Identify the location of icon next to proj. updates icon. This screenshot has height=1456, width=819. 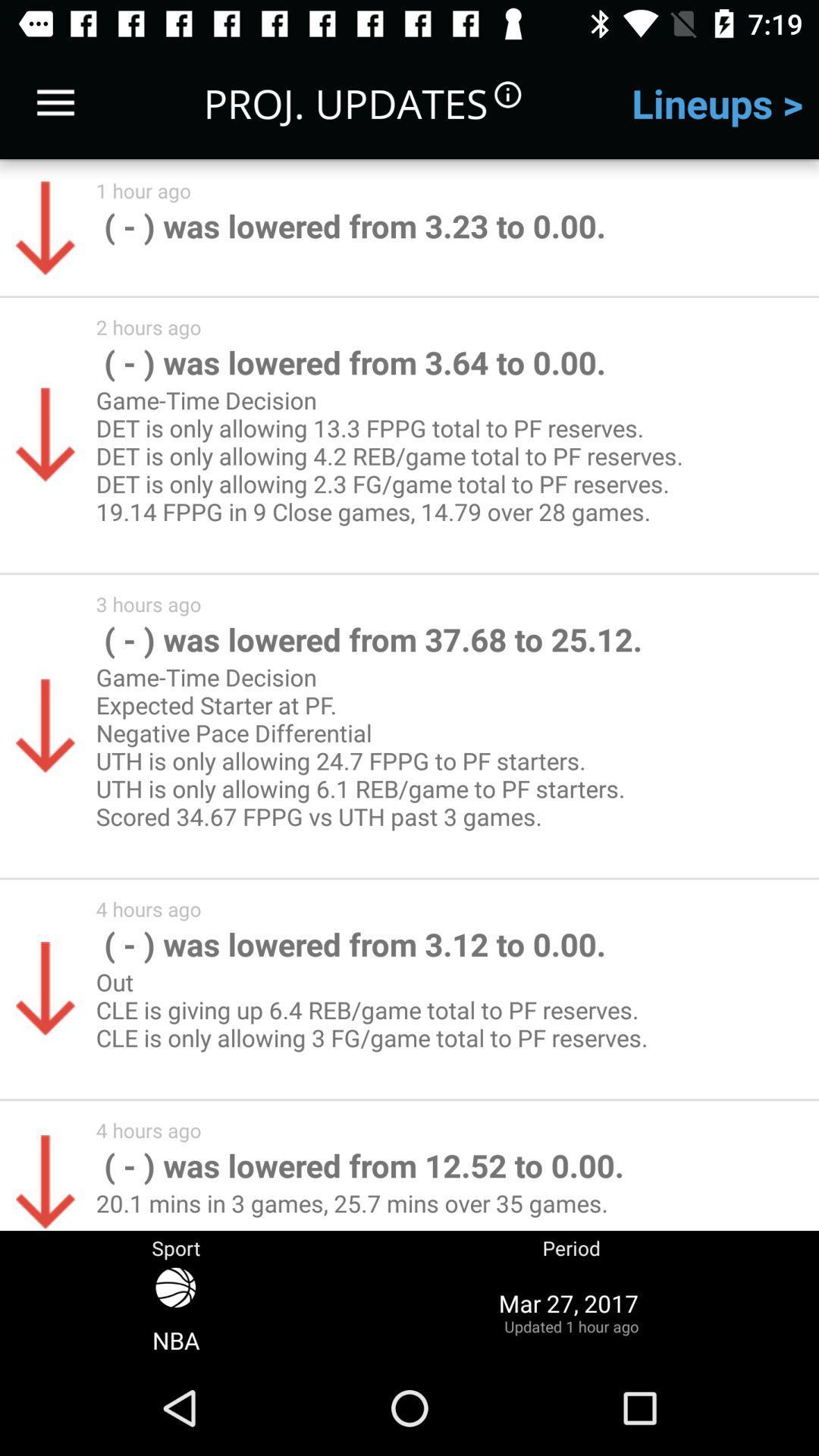
(55, 102).